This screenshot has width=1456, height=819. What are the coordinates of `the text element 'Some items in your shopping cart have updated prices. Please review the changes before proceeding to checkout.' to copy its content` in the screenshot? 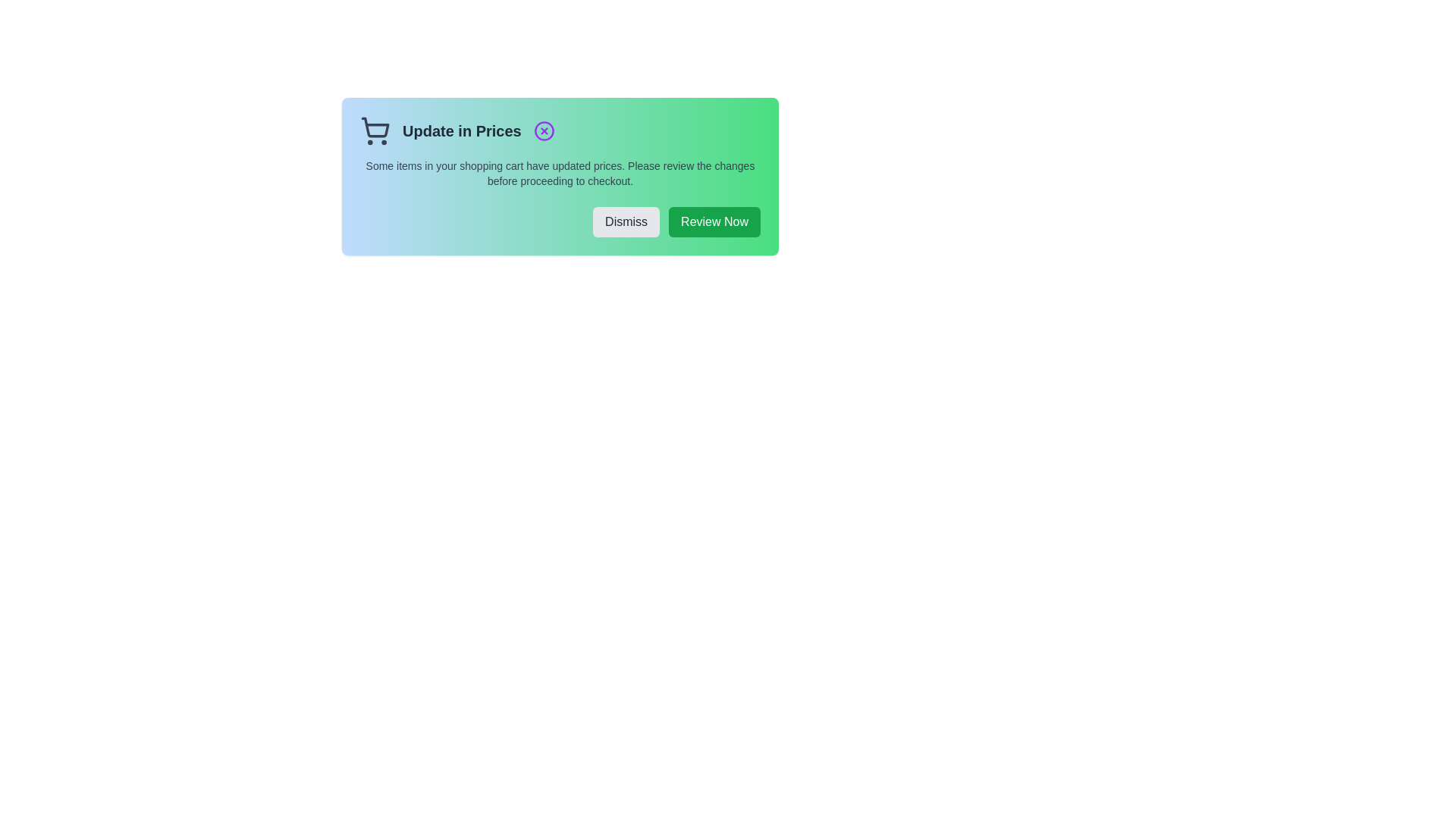 It's located at (560, 172).